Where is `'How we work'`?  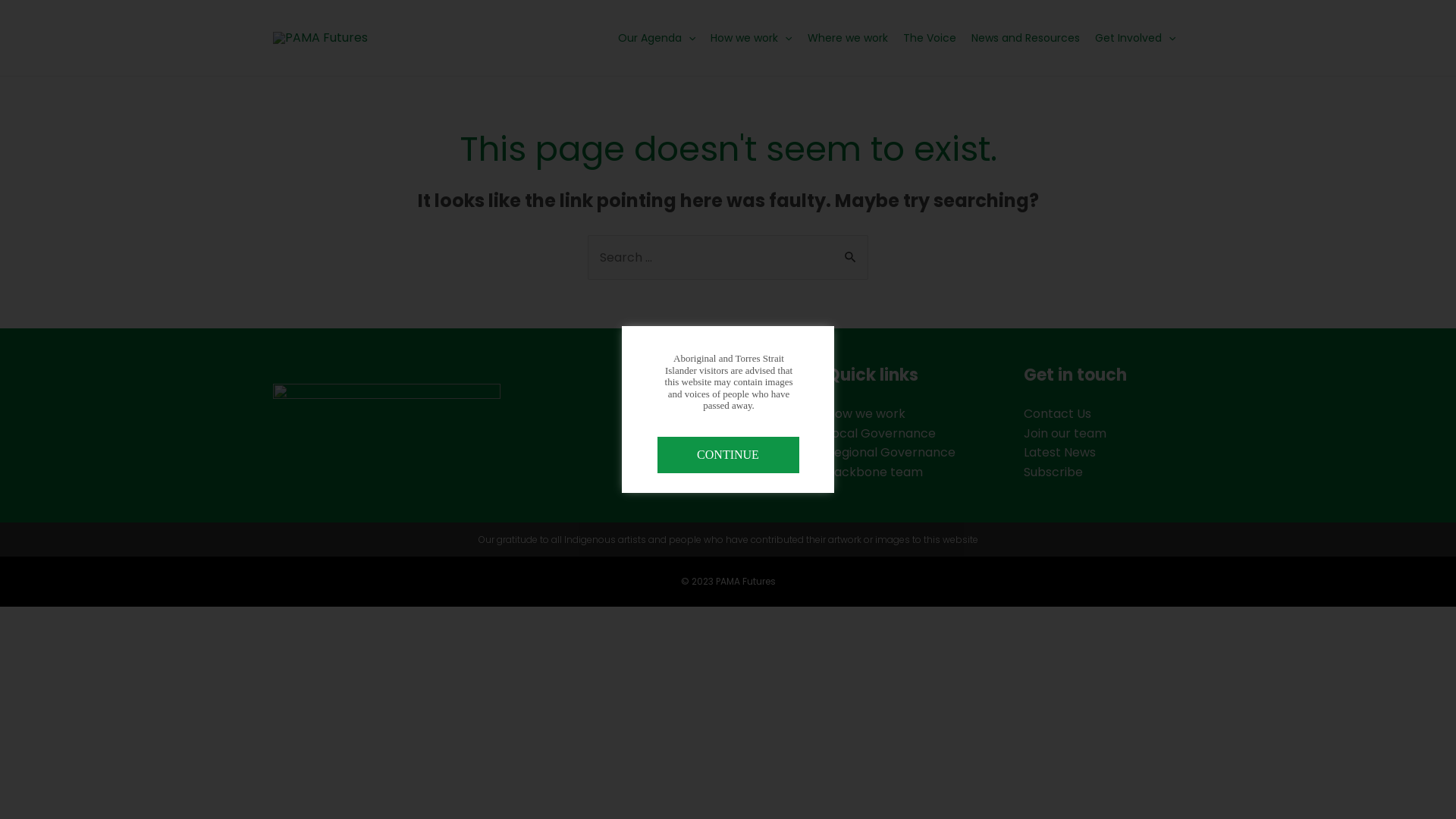 'How we work' is located at coordinates (751, 37).